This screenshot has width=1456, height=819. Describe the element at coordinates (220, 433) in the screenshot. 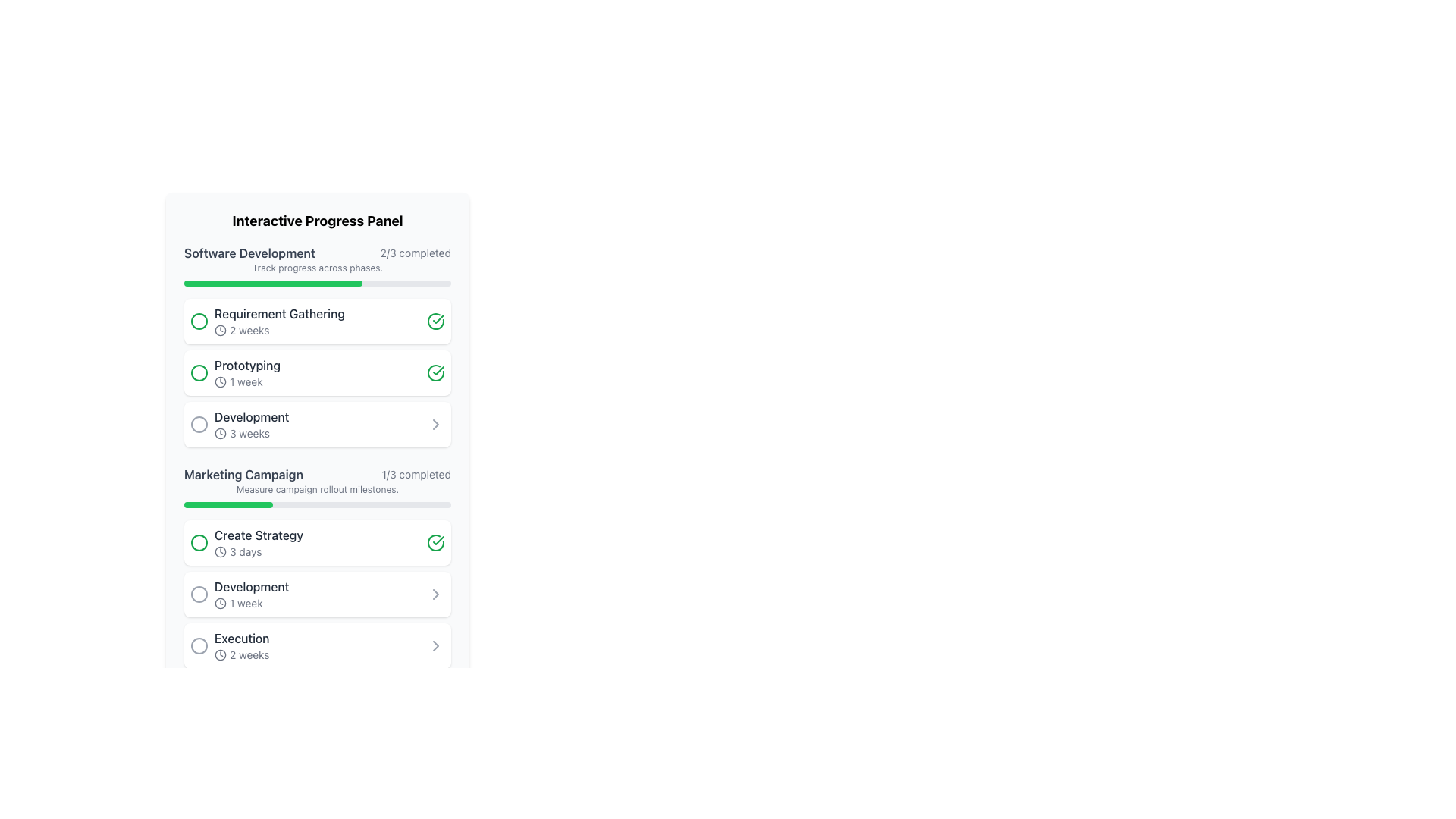

I see `the circular graphical element within the clock icon adjacent to the 'Development' text indicating '3 weeks'` at that location.